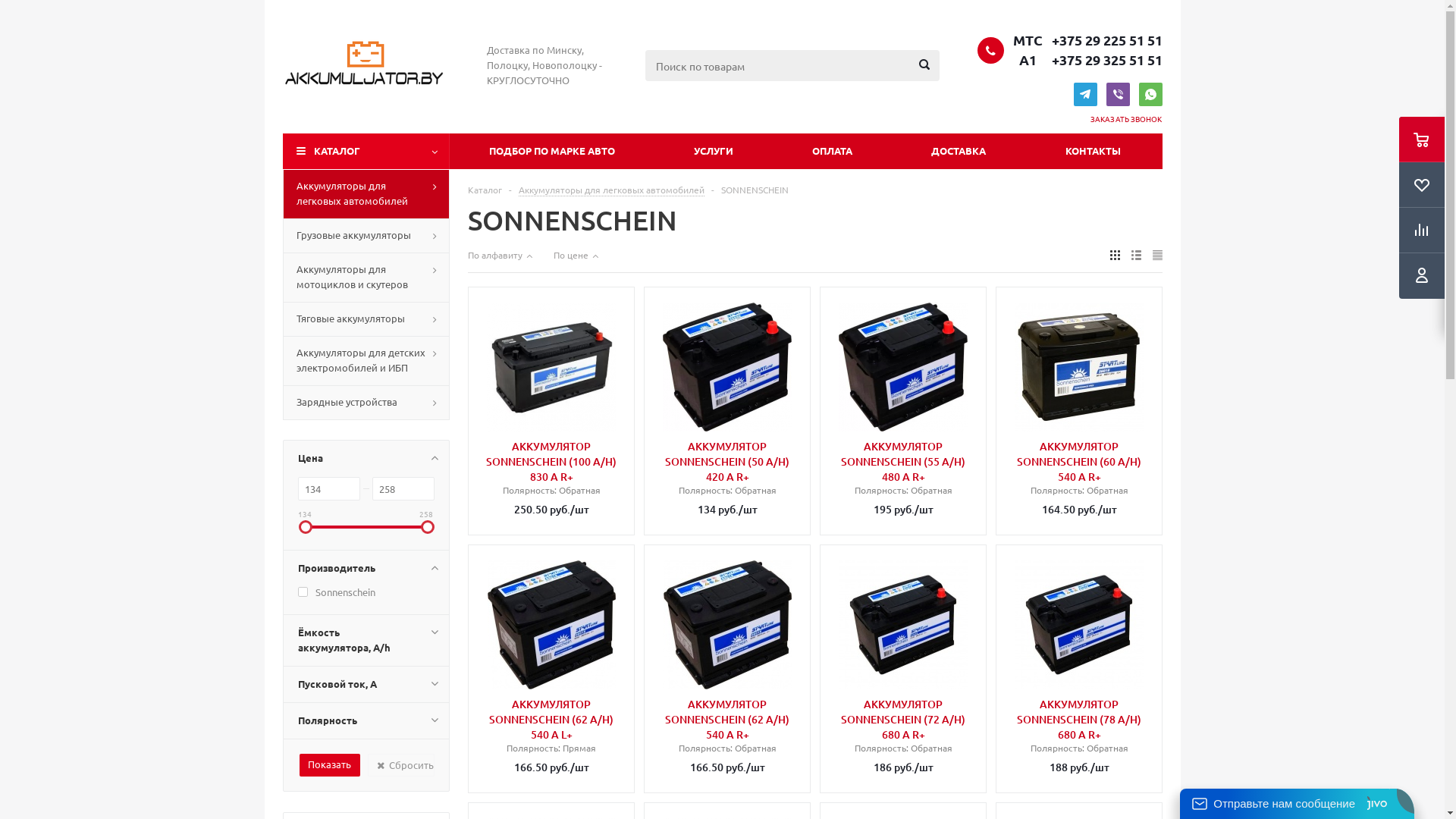 This screenshot has height=819, width=1456. I want to click on ' MTC   +375 29 225 51 51', so click(1085, 39).